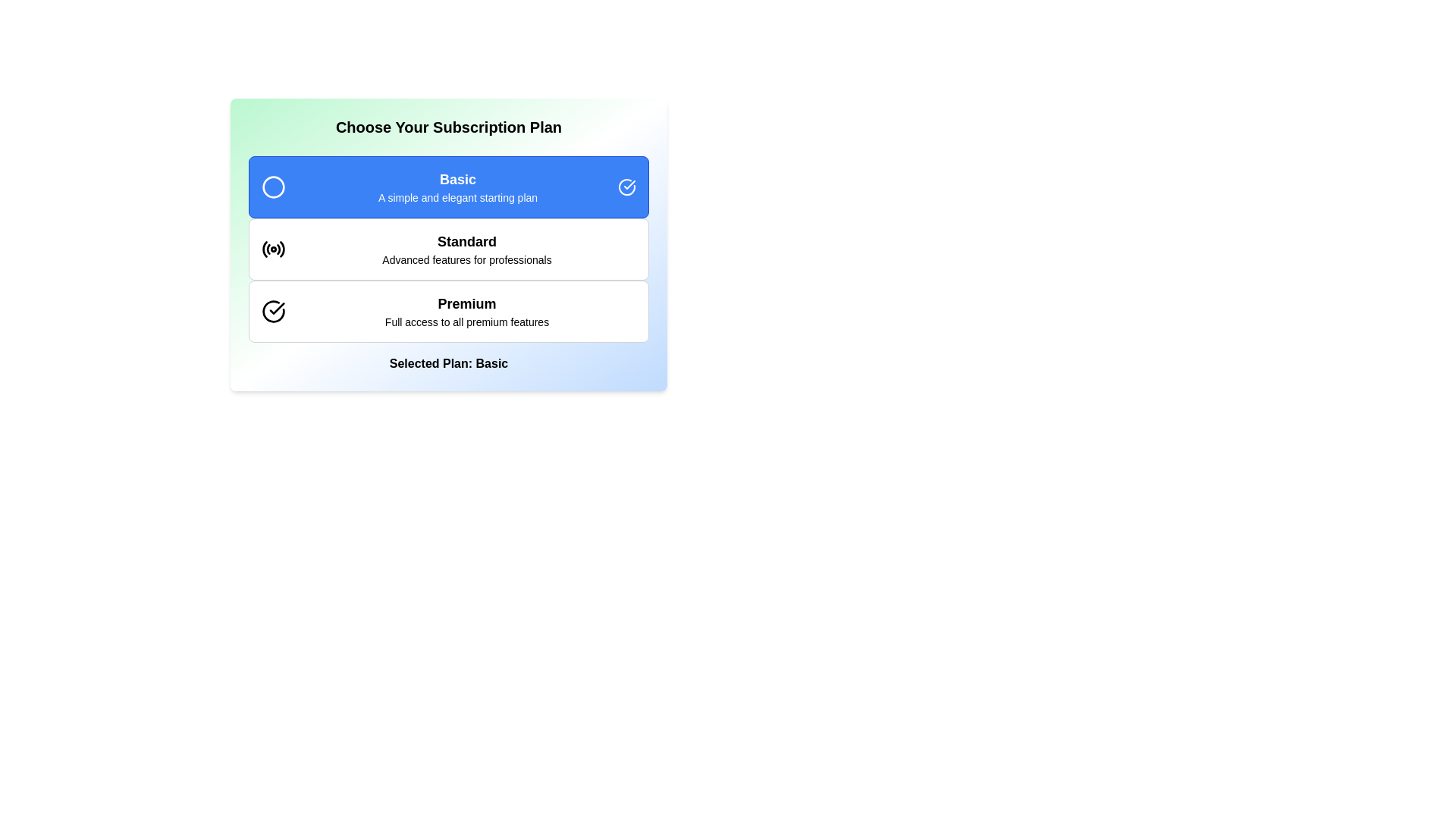 The image size is (1456, 819). What do you see at coordinates (466, 259) in the screenshot?
I see `the descriptive text displaying 'Advanced features for professionals' located beneath the 'Standard' text in the subscription plan options` at bounding box center [466, 259].